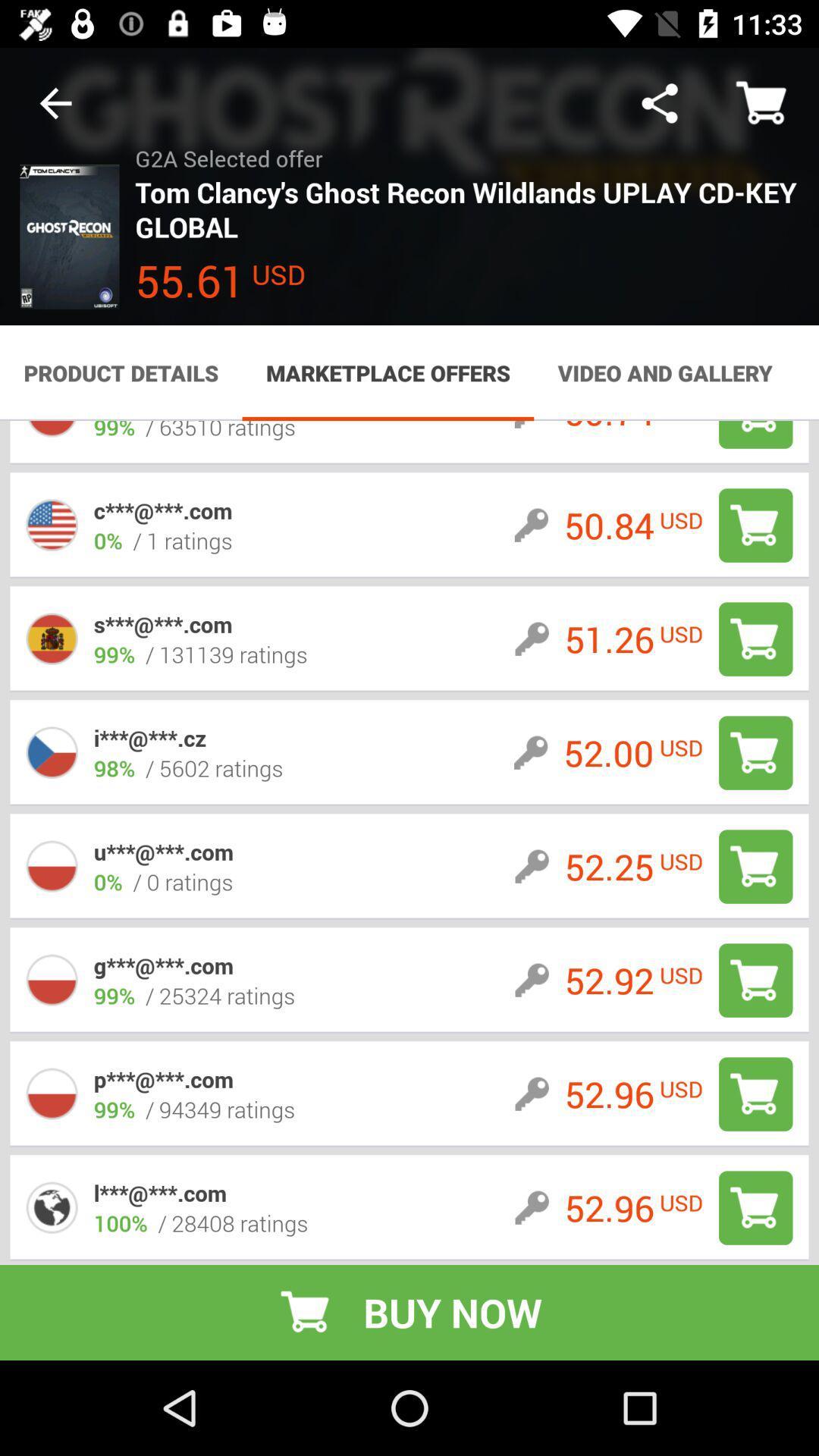 The width and height of the screenshot is (819, 1456). What do you see at coordinates (755, 639) in the screenshot?
I see `item to cart` at bounding box center [755, 639].